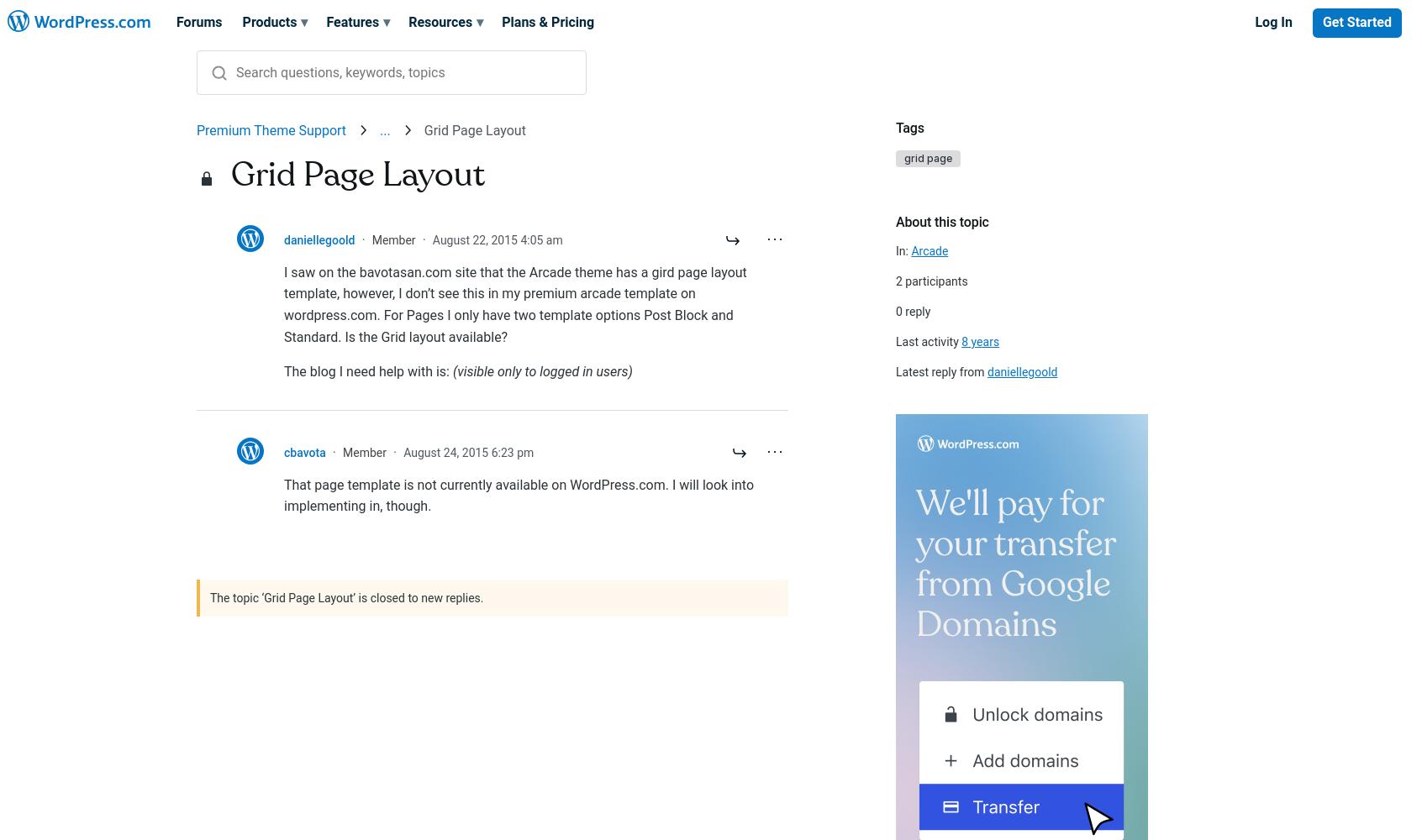 Image resolution: width=1422 pixels, height=840 pixels. Describe the element at coordinates (903, 251) in the screenshot. I see `'In:'` at that location.